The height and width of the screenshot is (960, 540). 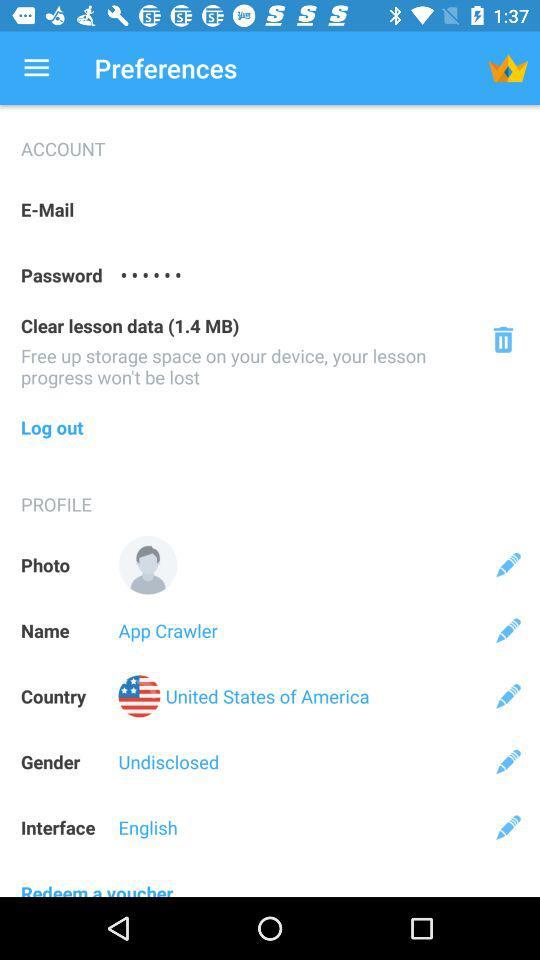 I want to click on edit interface, so click(x=508, y=827).